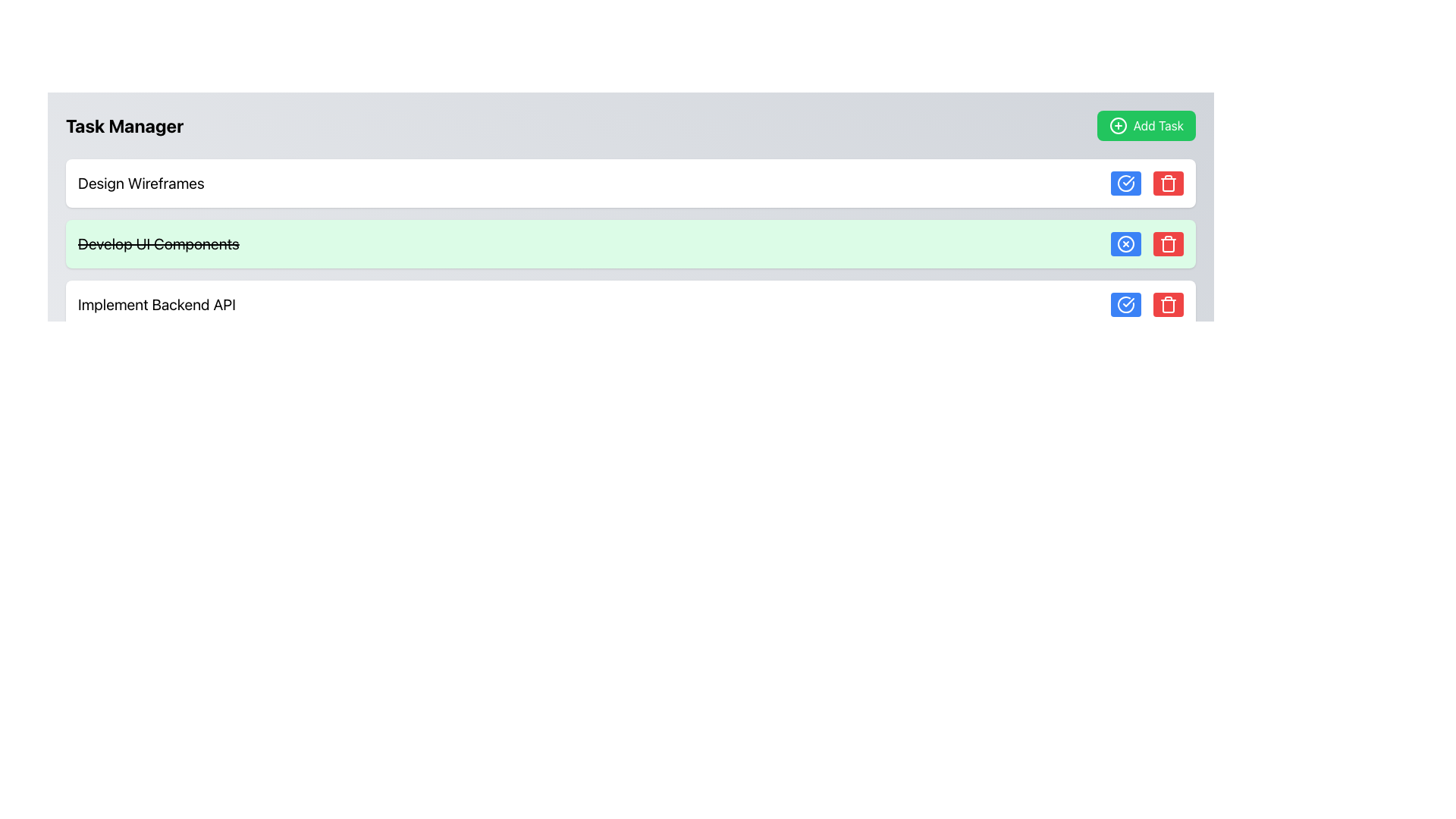 The image size is (1456, 819). I want to click on the text label displaying 'Develop UI Components' with a strikethrough, located in the second row of the 'Task Manager' list, on the left side before the interactive icons, so click(158, 243).